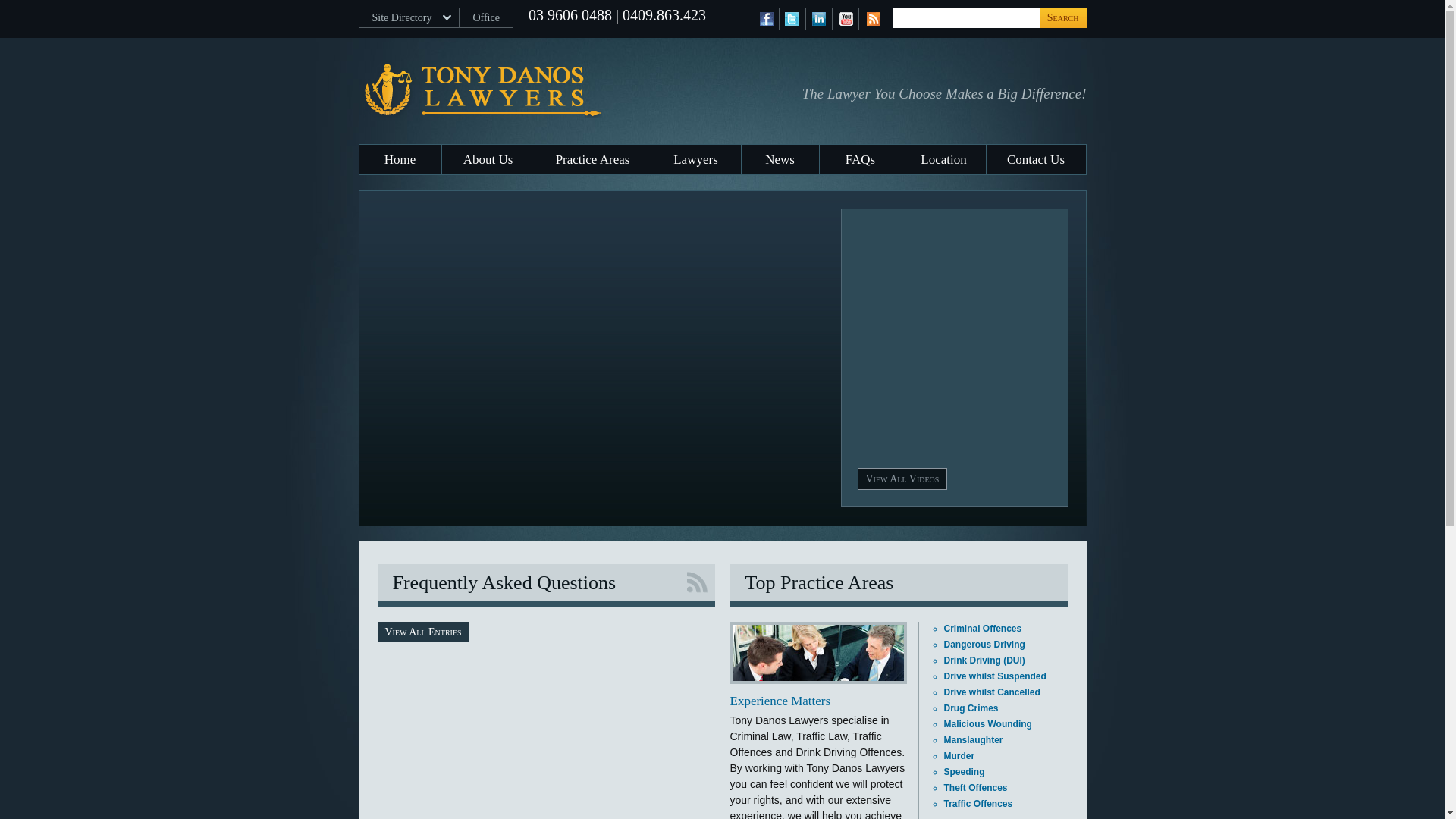 This screenshot has height=819, width=1456. Describe the element at coordinates (765, 18) in the screenshot. I see `'Facebook'` at that location.